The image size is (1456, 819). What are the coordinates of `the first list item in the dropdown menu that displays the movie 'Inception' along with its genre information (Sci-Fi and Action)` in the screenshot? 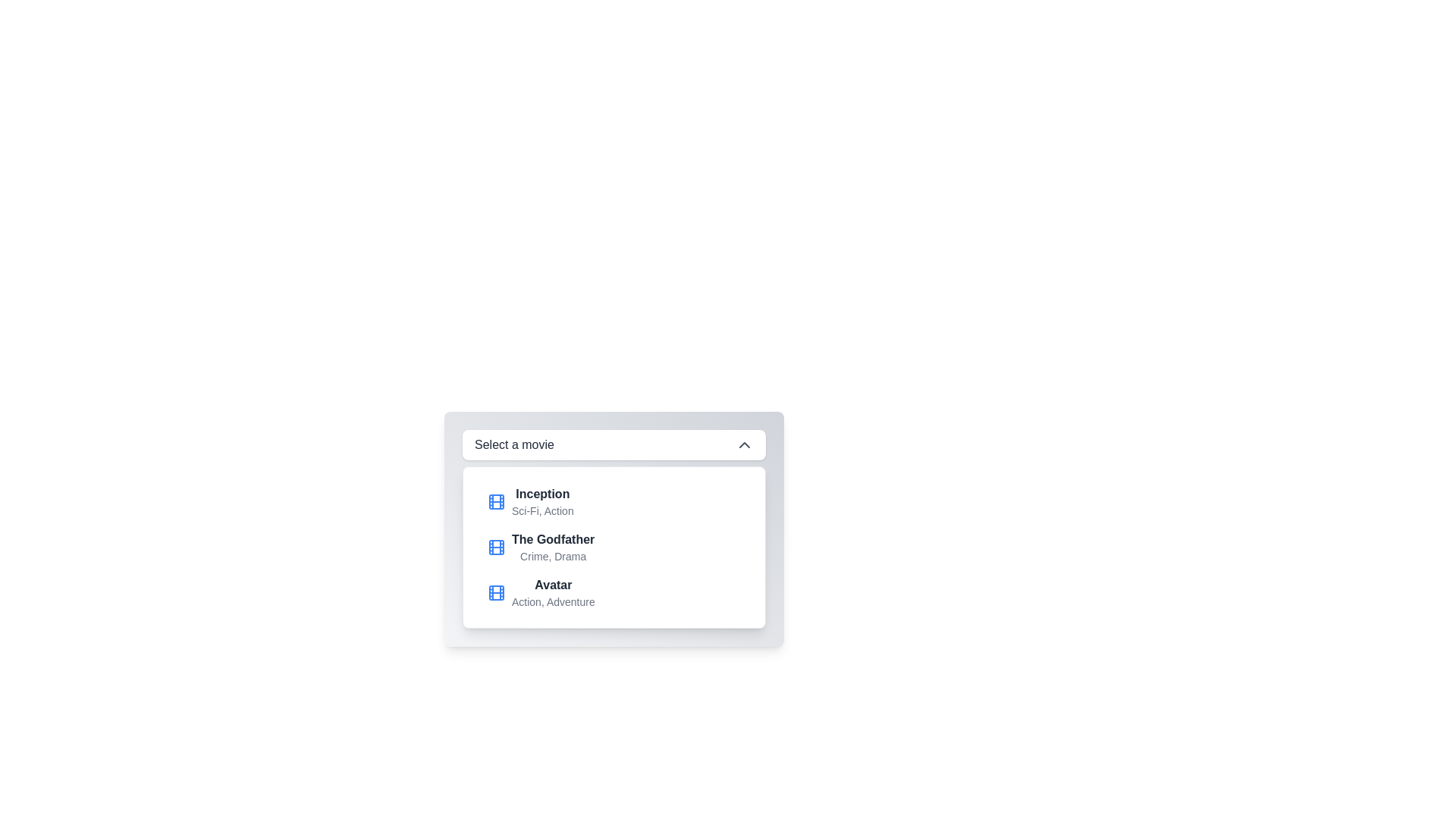 It's located at (530, 502).